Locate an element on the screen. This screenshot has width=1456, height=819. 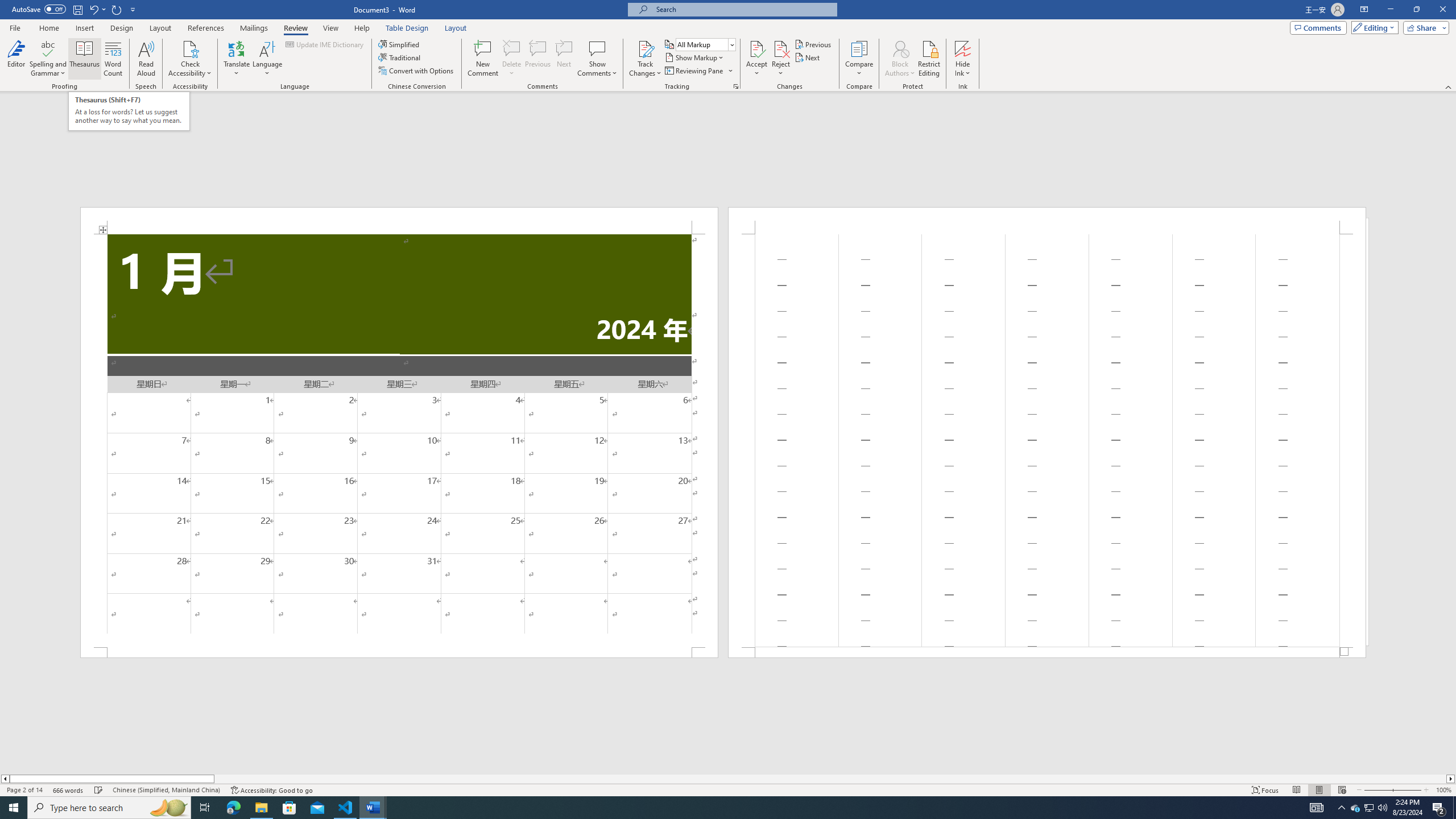
'Change Tracking Options...' is located at coordinates (735, 85).